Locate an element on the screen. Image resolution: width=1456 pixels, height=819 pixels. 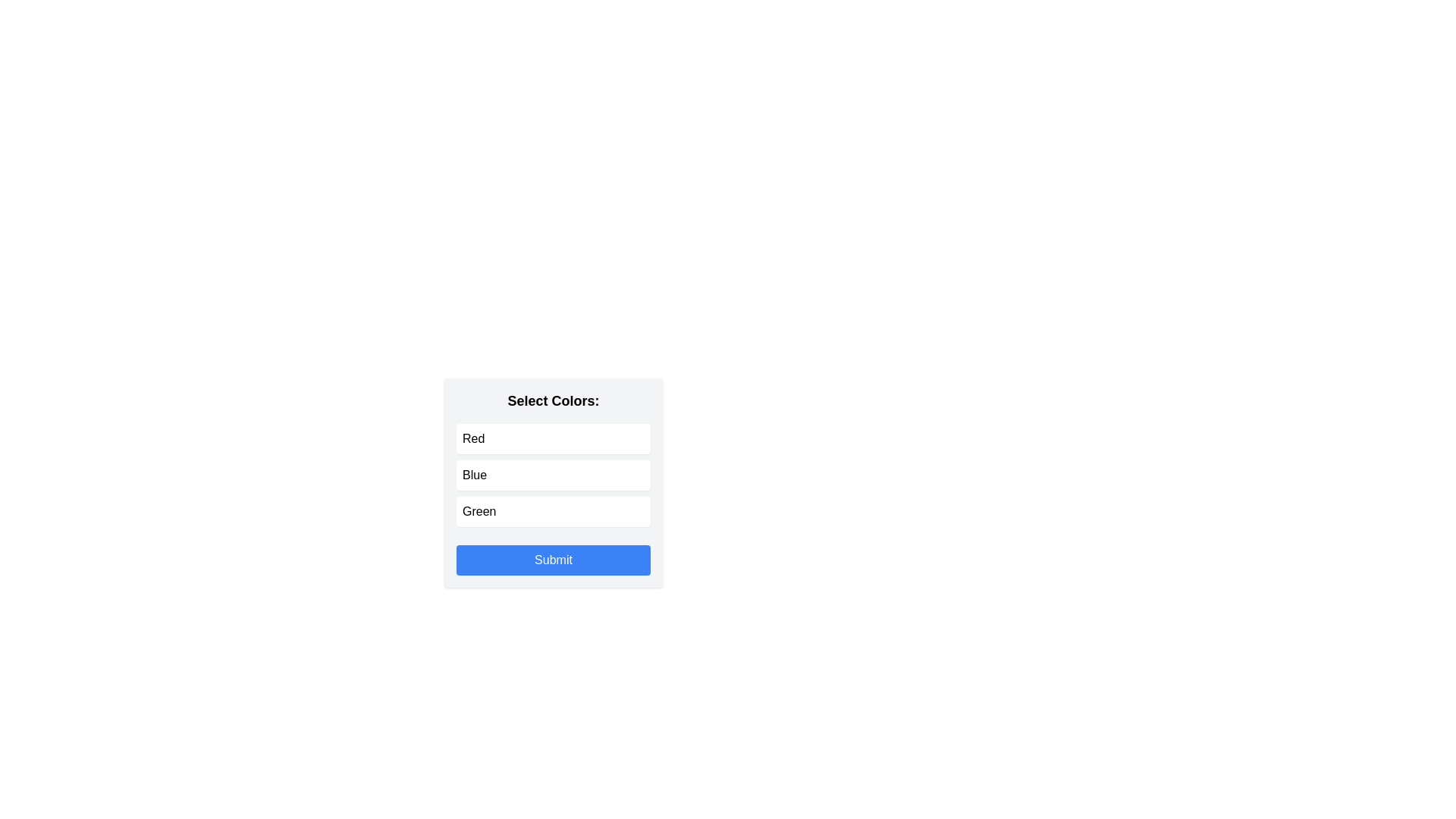
the selectable list item labeled 'Green', which is the third option in a vertical list of colors is located at coordinates (552, 512).